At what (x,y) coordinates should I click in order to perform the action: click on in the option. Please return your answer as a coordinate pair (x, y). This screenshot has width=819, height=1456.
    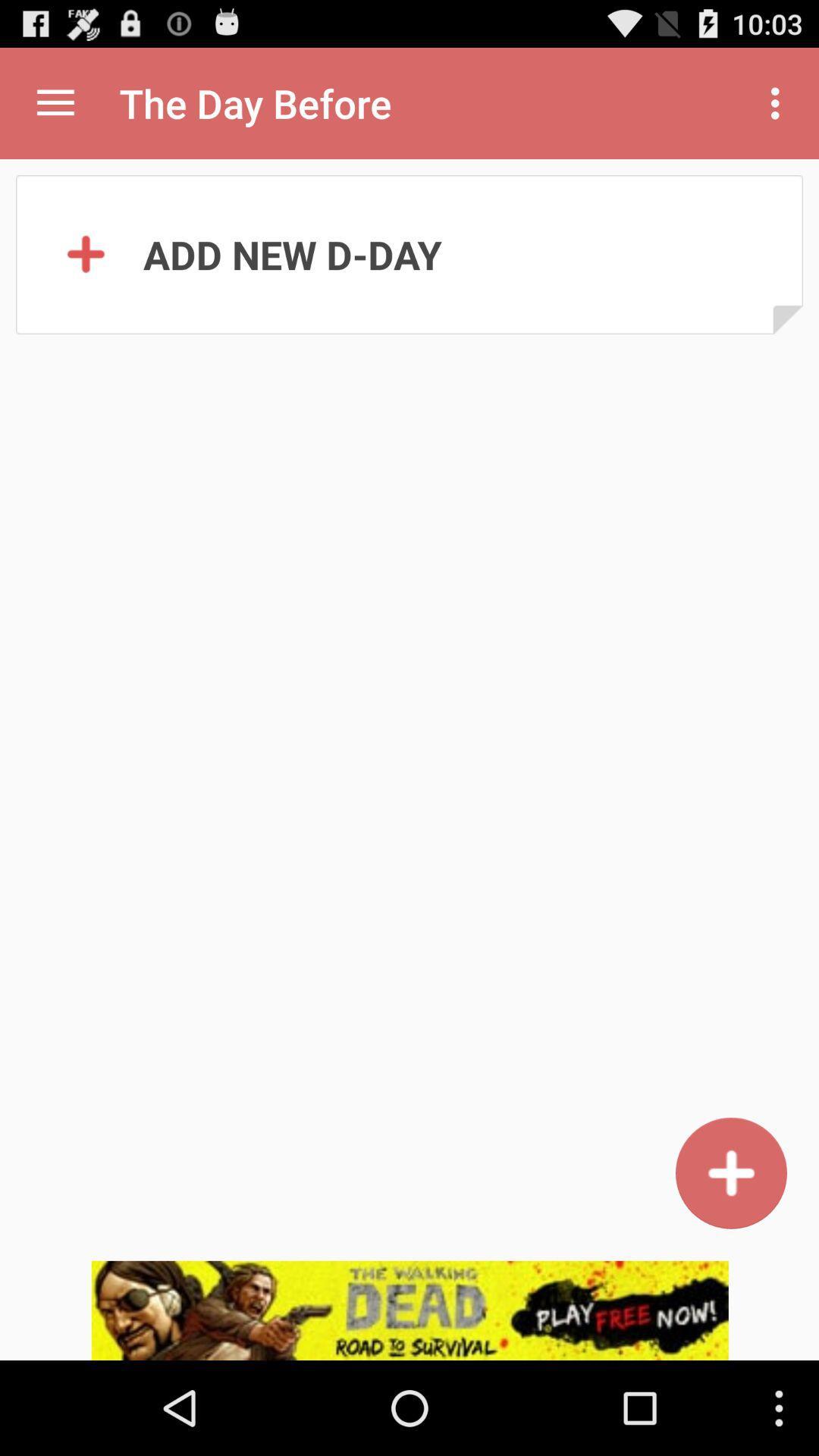
    Looking at the image, I should click on (730, 1172).